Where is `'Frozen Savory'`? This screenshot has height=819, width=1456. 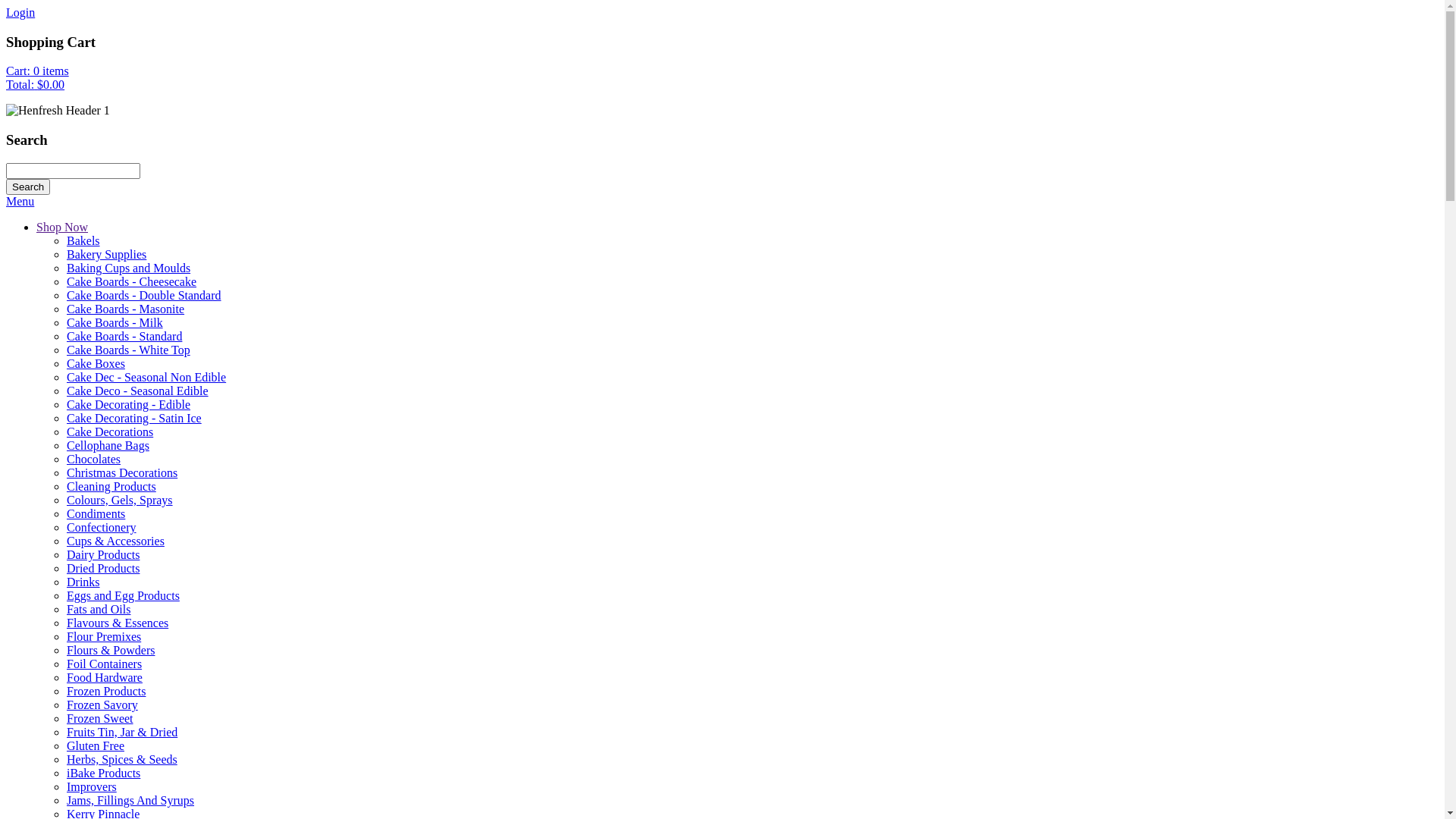
'Frozen Savory' is located at coordinates (101, 704).